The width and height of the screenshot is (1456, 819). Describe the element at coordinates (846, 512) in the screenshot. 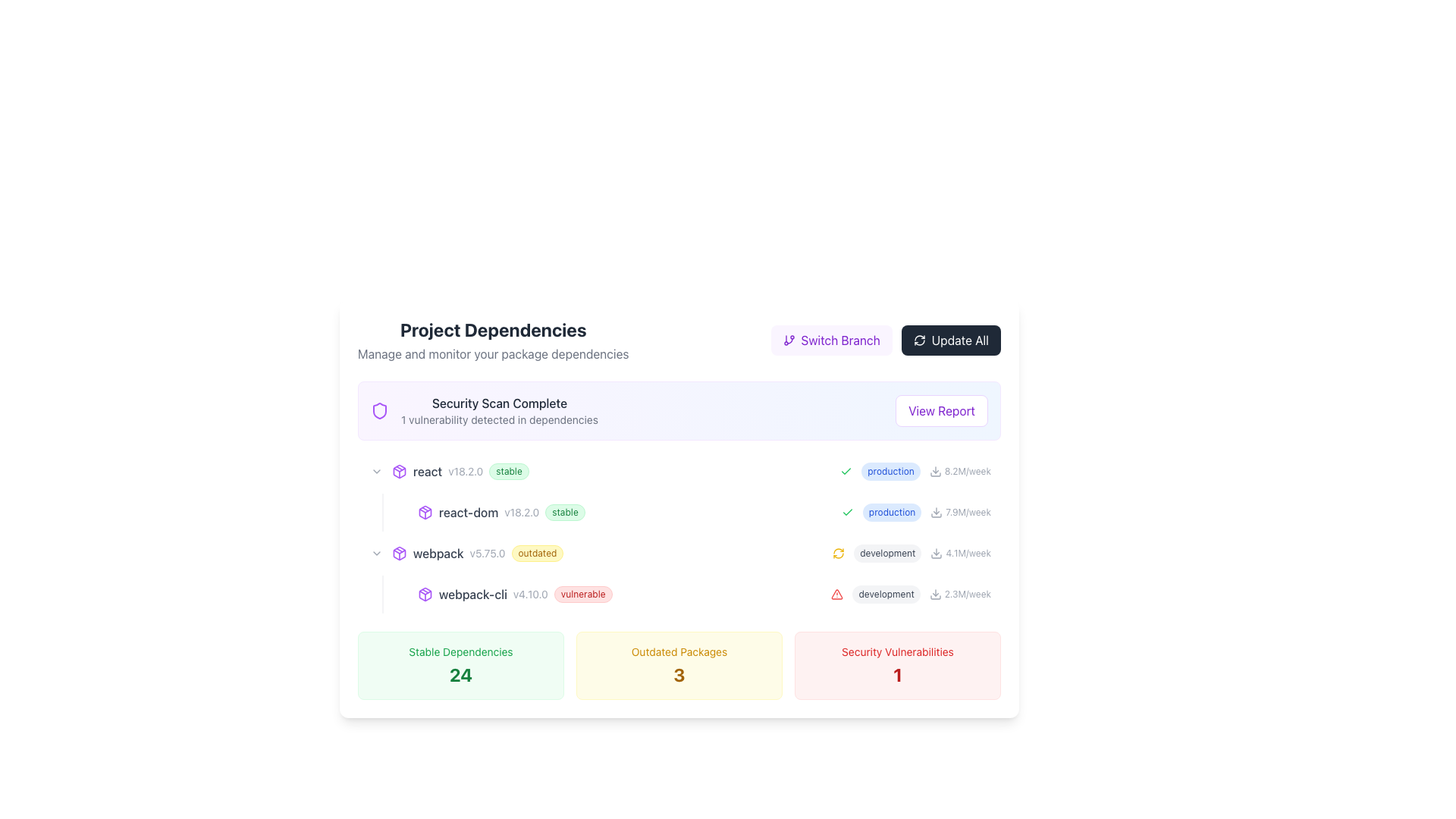

I see `the small green checkmark icon located to the left of the text 'production' in the row containing '7.9M/week'` at that location.